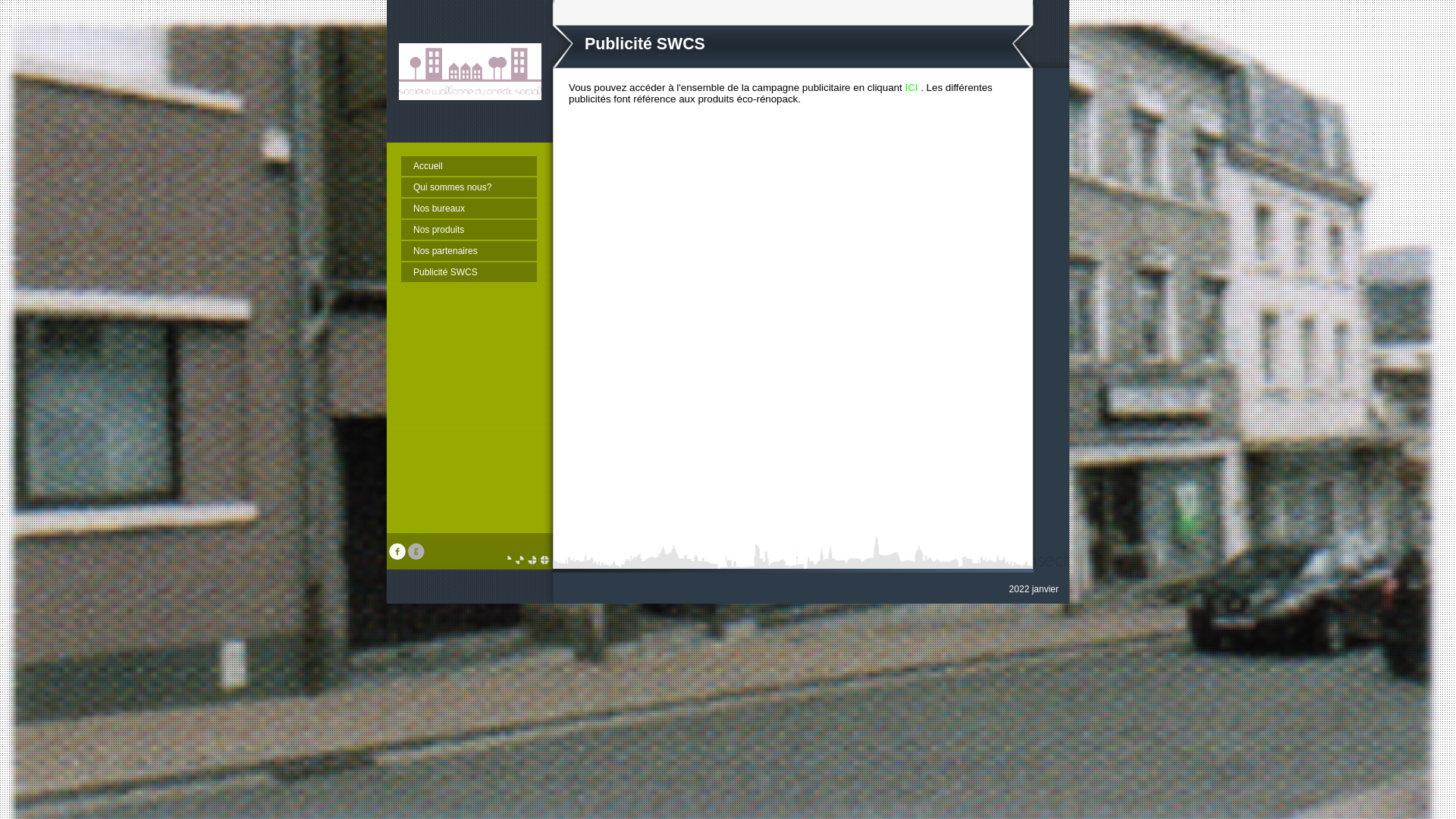  Describe the element at coordinates (468, 186) in the screenshot. I see `'Qui sommes nous?'` at that location.